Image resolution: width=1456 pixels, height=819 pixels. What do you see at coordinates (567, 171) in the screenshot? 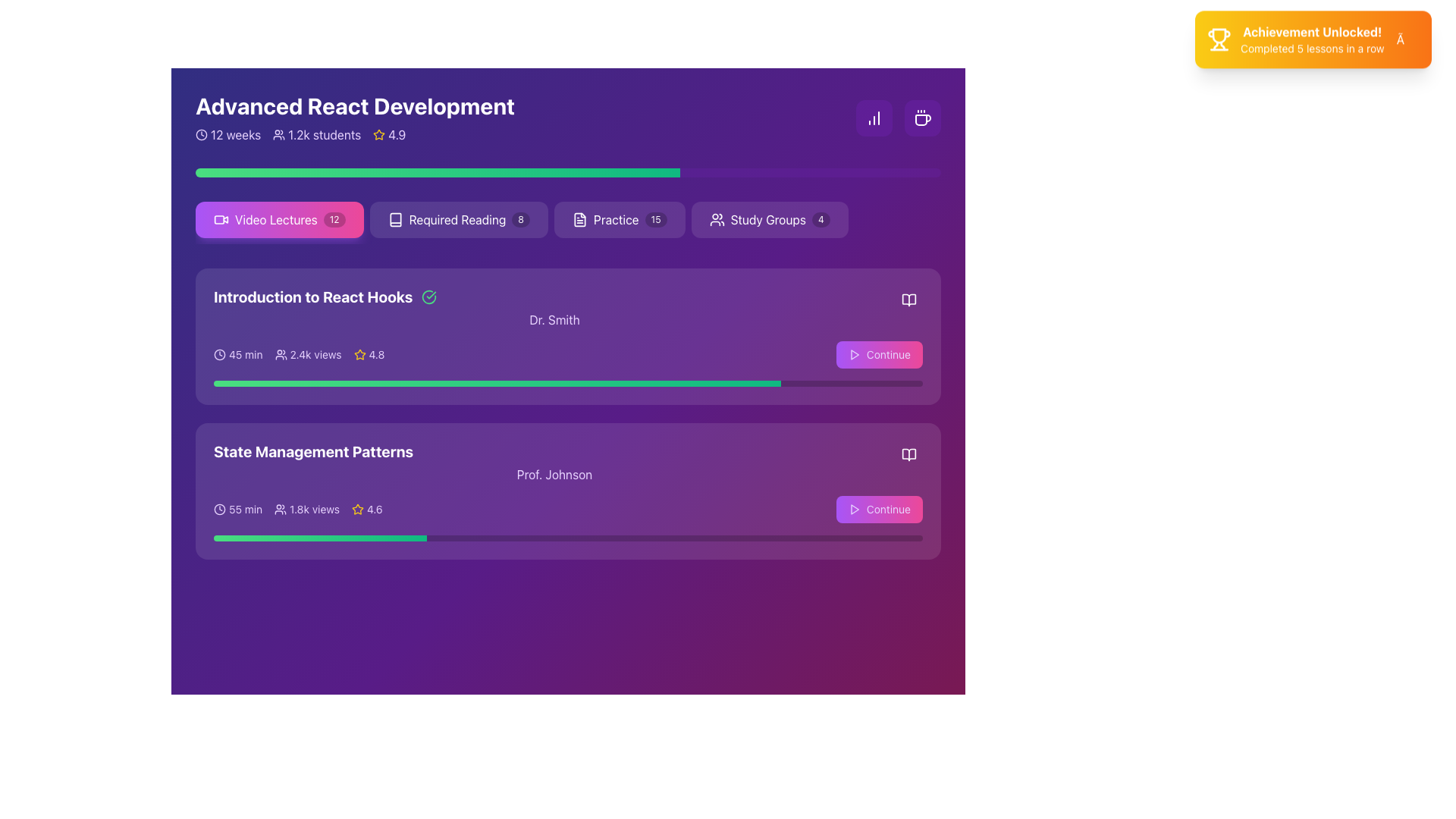
I see `the visual progress bar located beneath the title 'Advanced React Development', which indicates progression through a smaller colored fill within its width` at bounding box center [567, 171].